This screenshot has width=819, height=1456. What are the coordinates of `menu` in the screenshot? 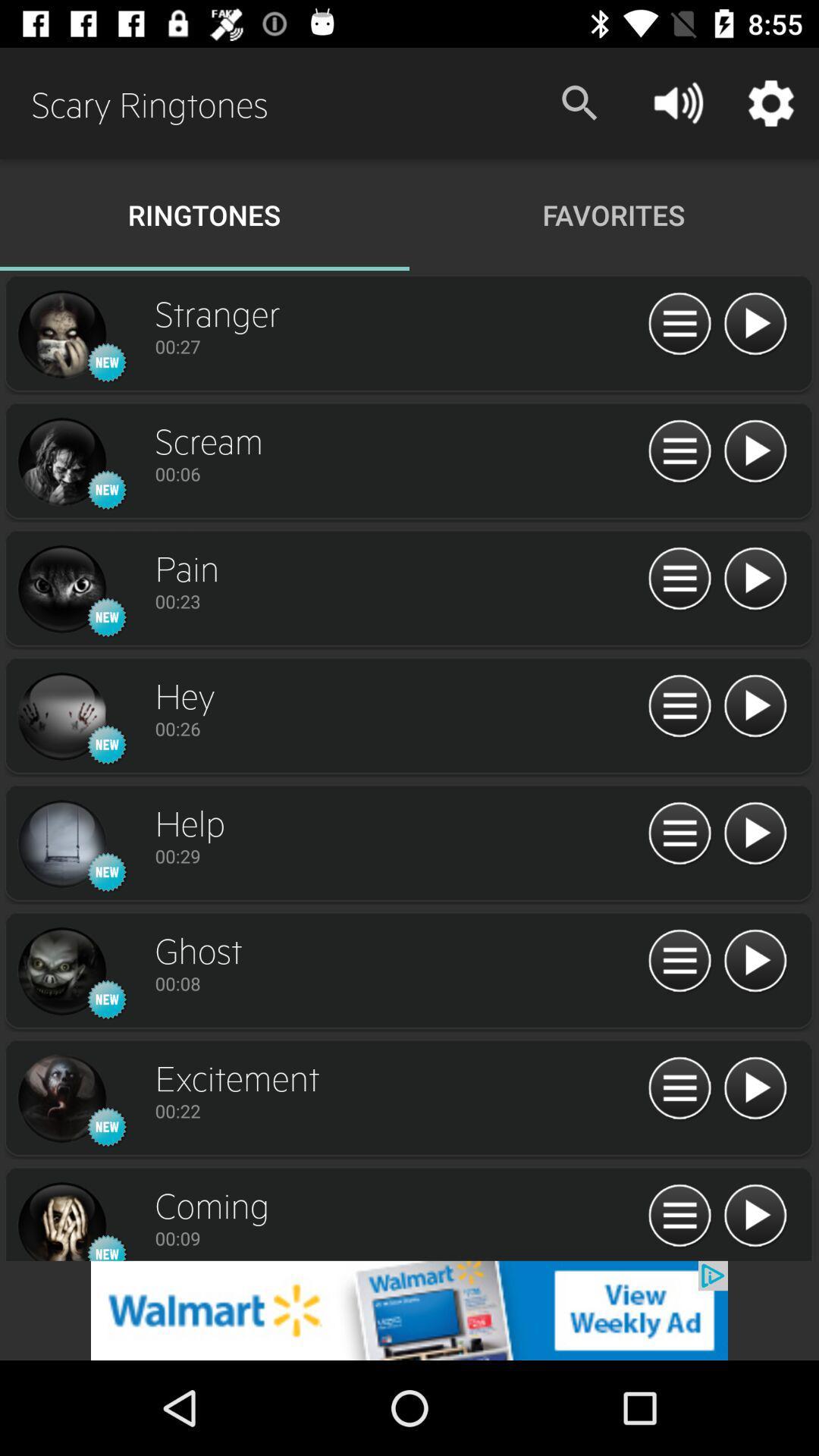 It's located at (679, 961).